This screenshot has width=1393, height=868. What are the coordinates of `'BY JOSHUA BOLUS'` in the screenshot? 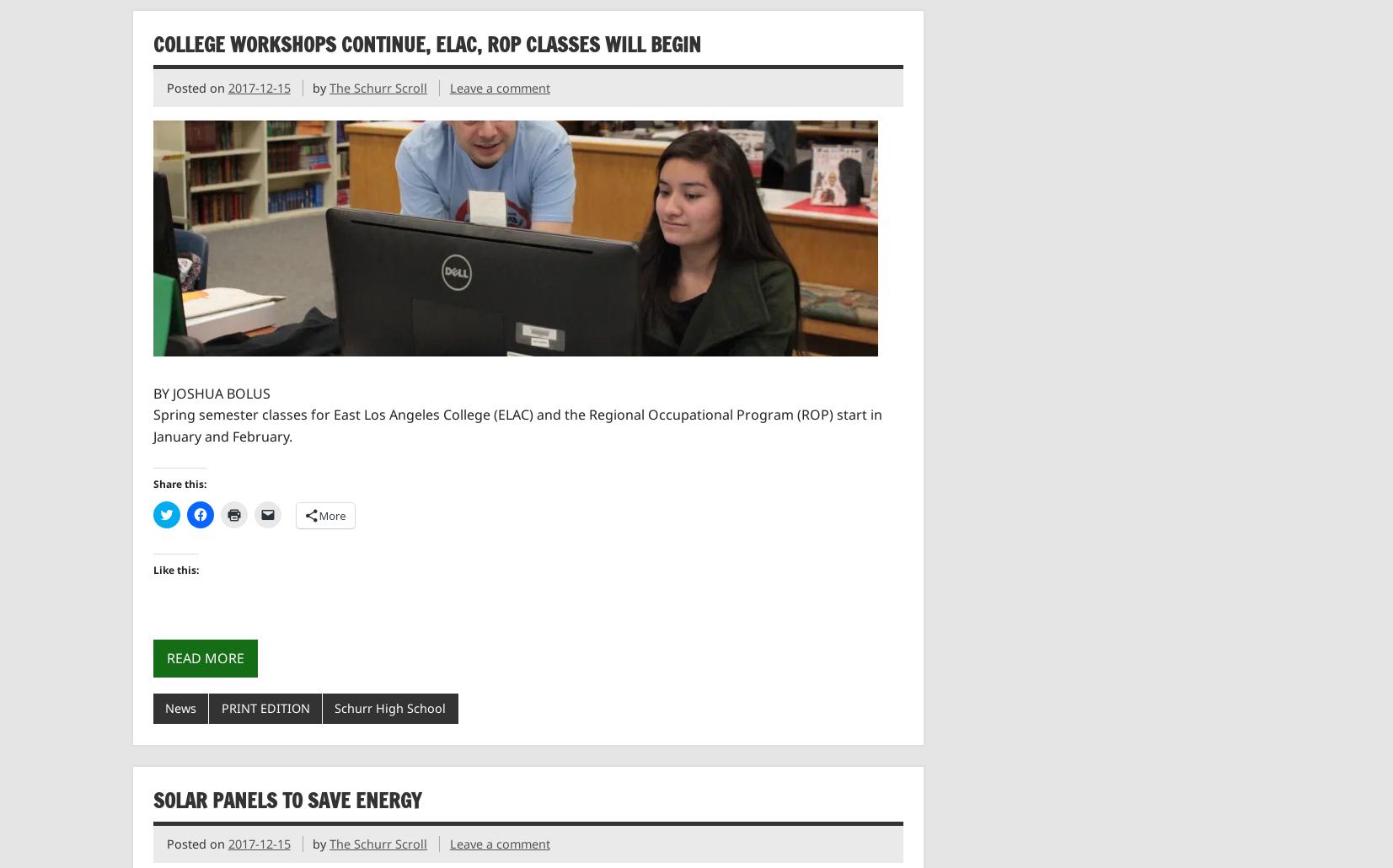 It's located at (210, 391).